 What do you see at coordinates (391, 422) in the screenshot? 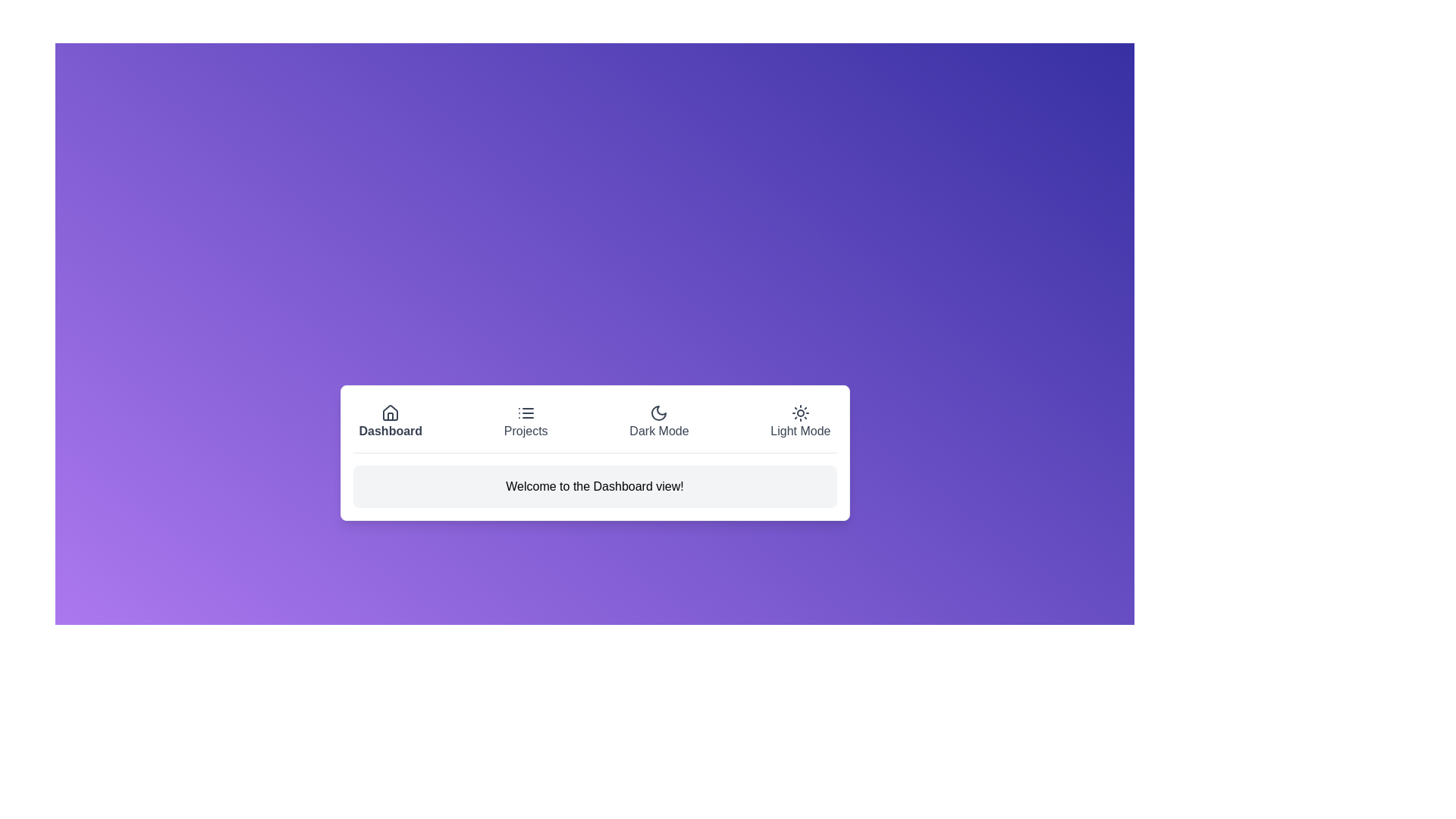
I see `the button labeled Dashboard` at bounding box center [391, 422].